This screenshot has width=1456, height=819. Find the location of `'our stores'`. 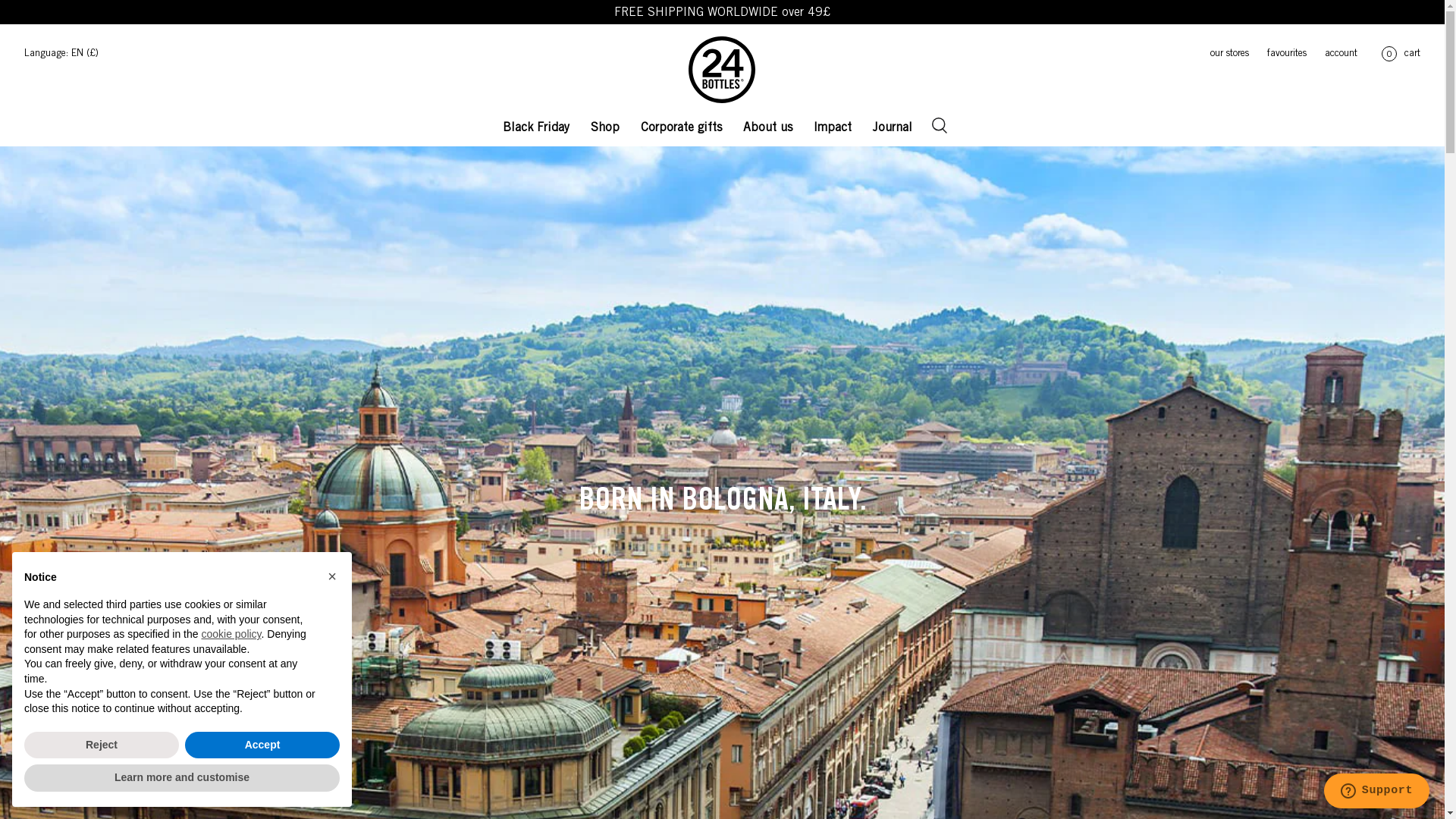

'our stores' is located at coordinates (1220, 54).